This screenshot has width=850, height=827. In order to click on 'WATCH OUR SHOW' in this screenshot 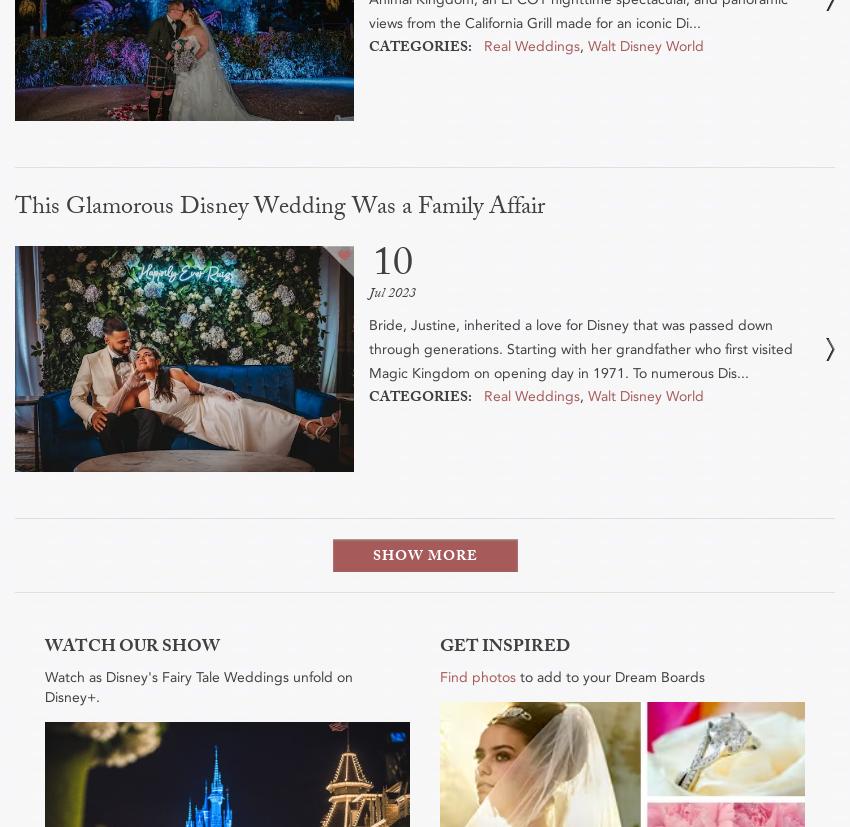, I will do `click(132, 648)`.